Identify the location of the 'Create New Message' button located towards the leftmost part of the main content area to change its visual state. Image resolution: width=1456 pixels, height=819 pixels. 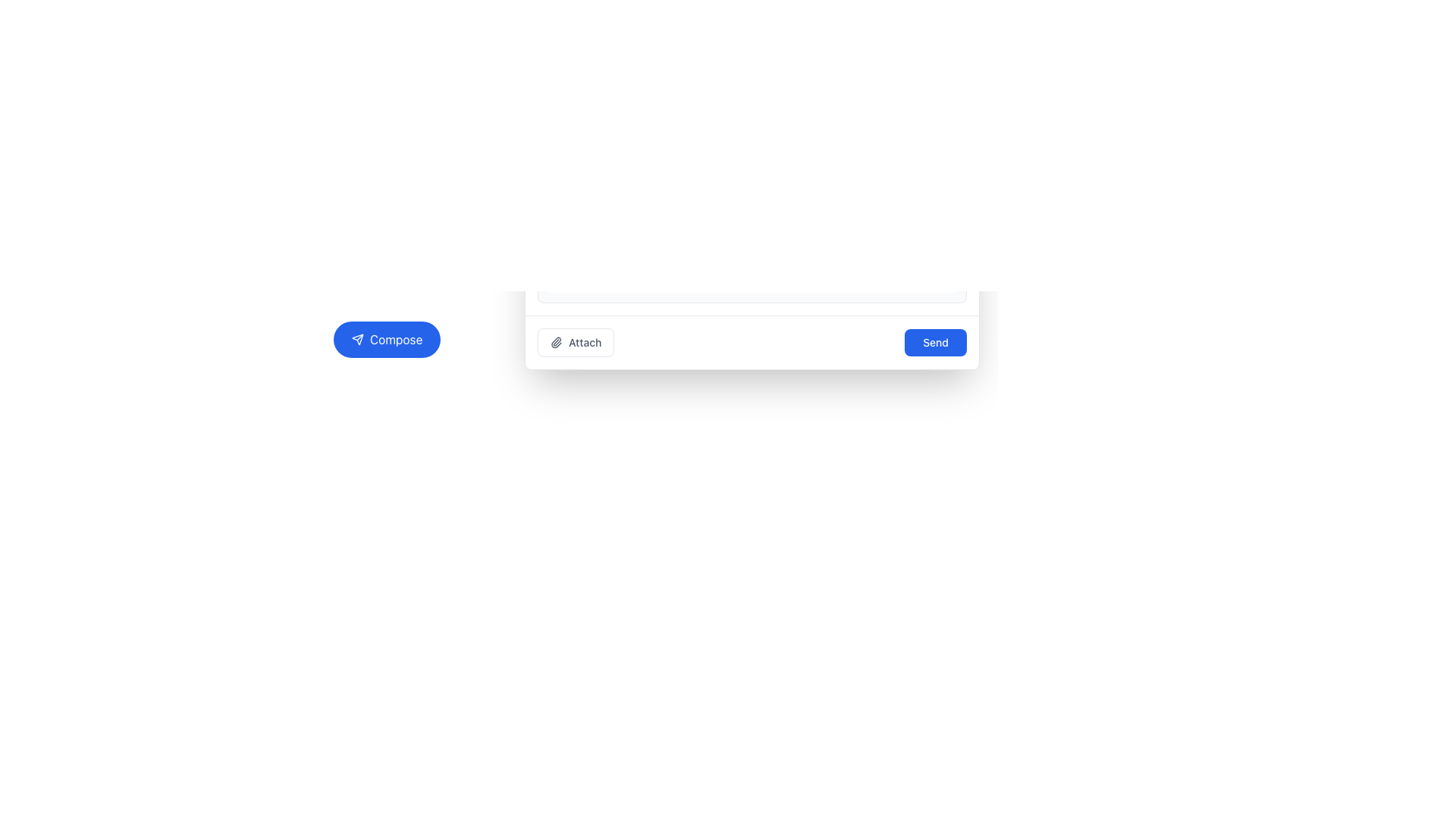
(387, 338).